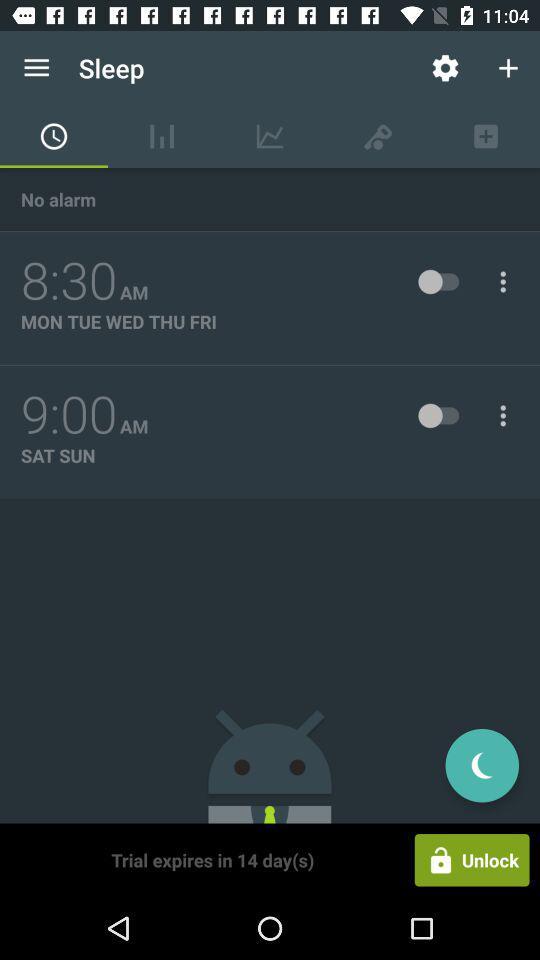 Image resolution: width=540 pixels, height=960 pixels. Describe the element at coordinates (481, 764) in the screenshot. I see `do not disturb function` at that location.